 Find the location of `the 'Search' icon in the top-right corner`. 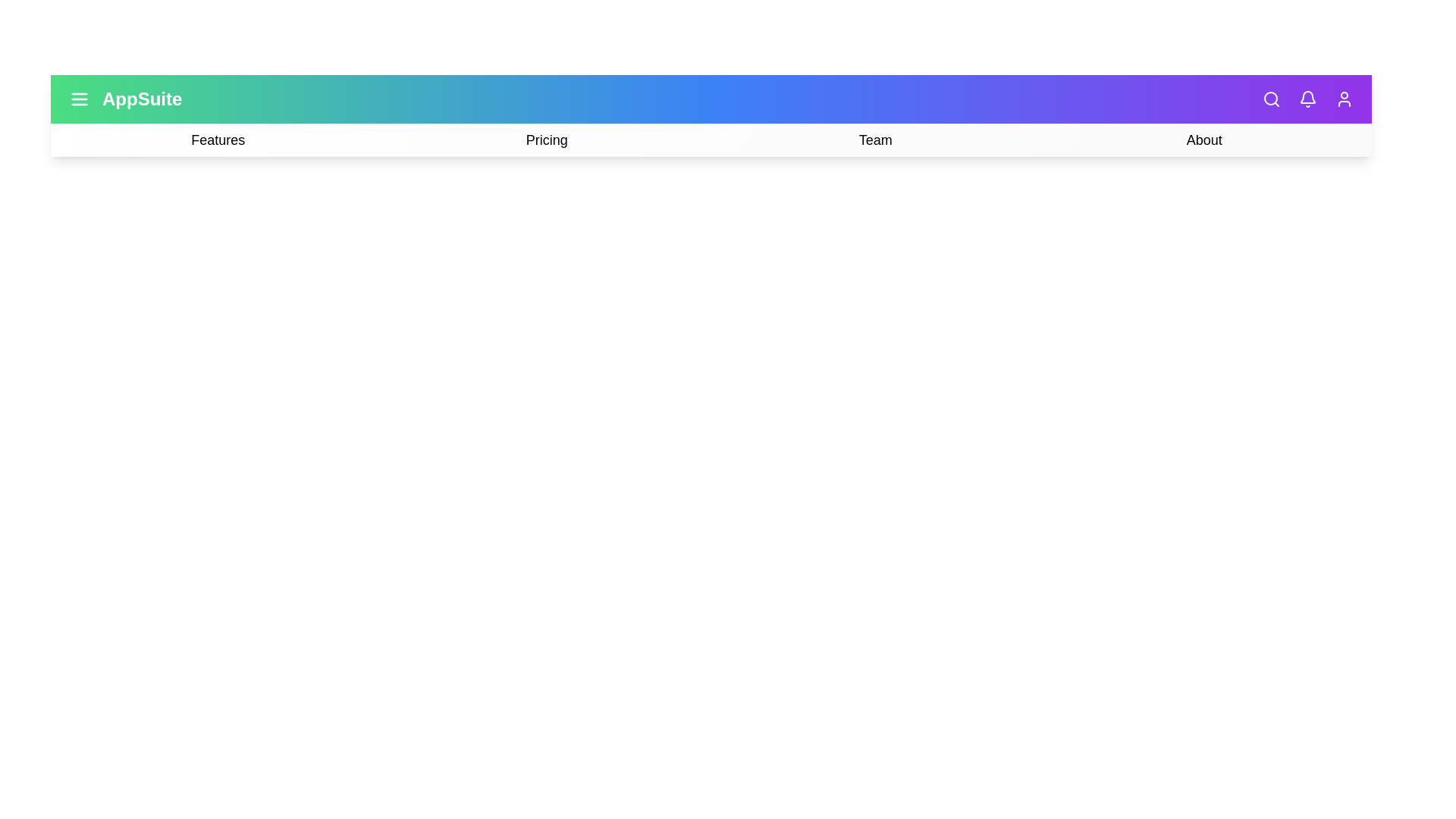

the 'Search' icon in the top-right corner is located at coordinates (1271, 99).